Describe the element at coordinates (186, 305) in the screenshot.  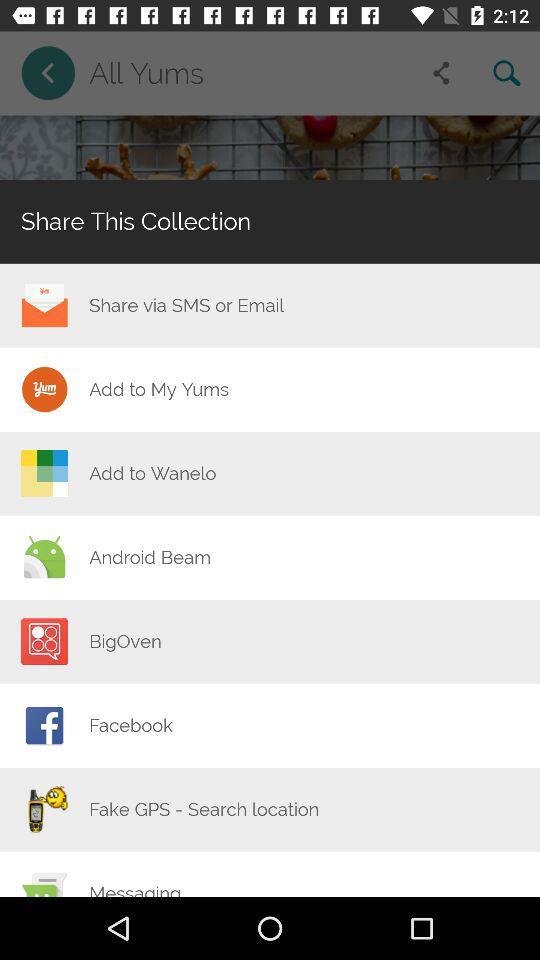
I see `the icon above the add to my` at that location.